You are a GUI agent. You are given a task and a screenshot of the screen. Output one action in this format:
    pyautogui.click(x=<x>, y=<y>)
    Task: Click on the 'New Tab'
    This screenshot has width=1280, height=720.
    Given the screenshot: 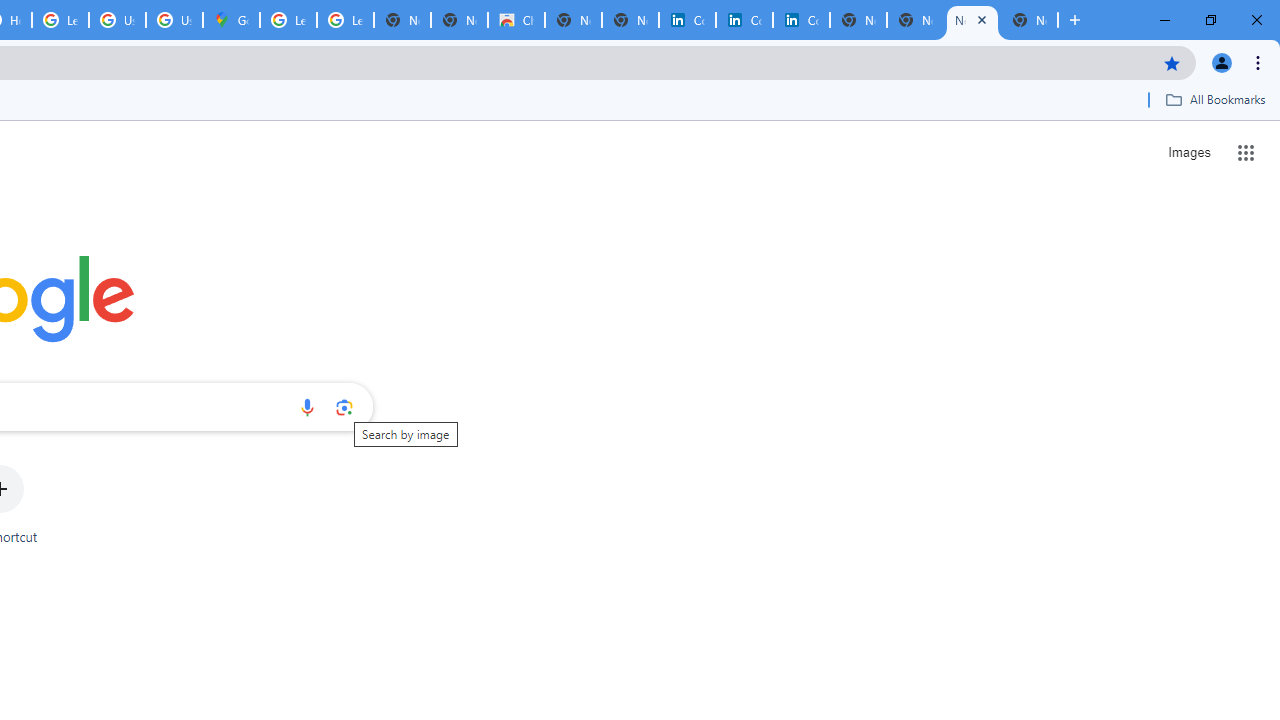 What is the action you would take?
    pyautogui.click(x=1029, y=20)
    